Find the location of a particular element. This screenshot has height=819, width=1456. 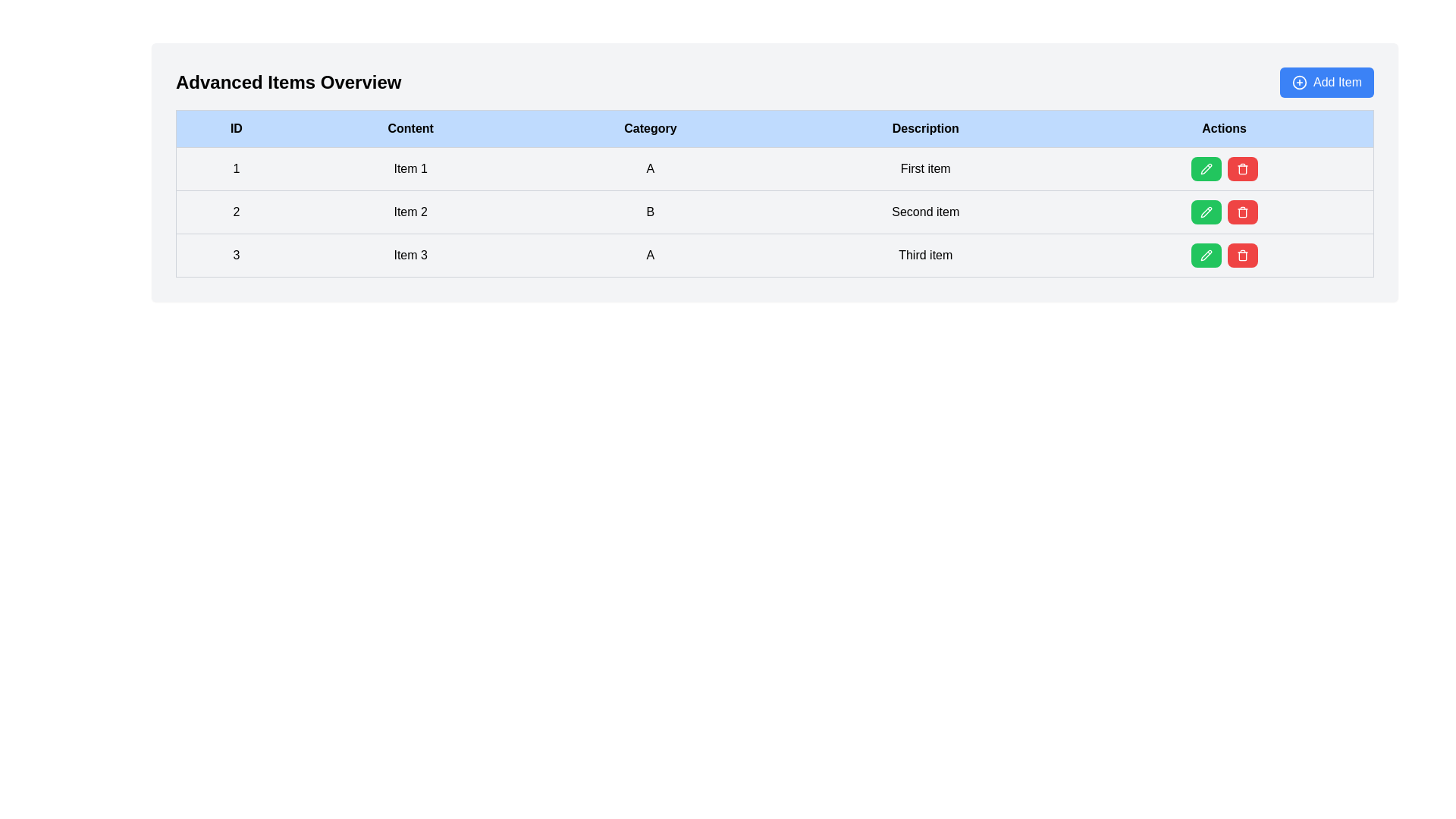

the green edit button in the first row of the table under the 'Actions' column for the item labeled 'First item' to initiate editing is located at coordinates (1224, 169).